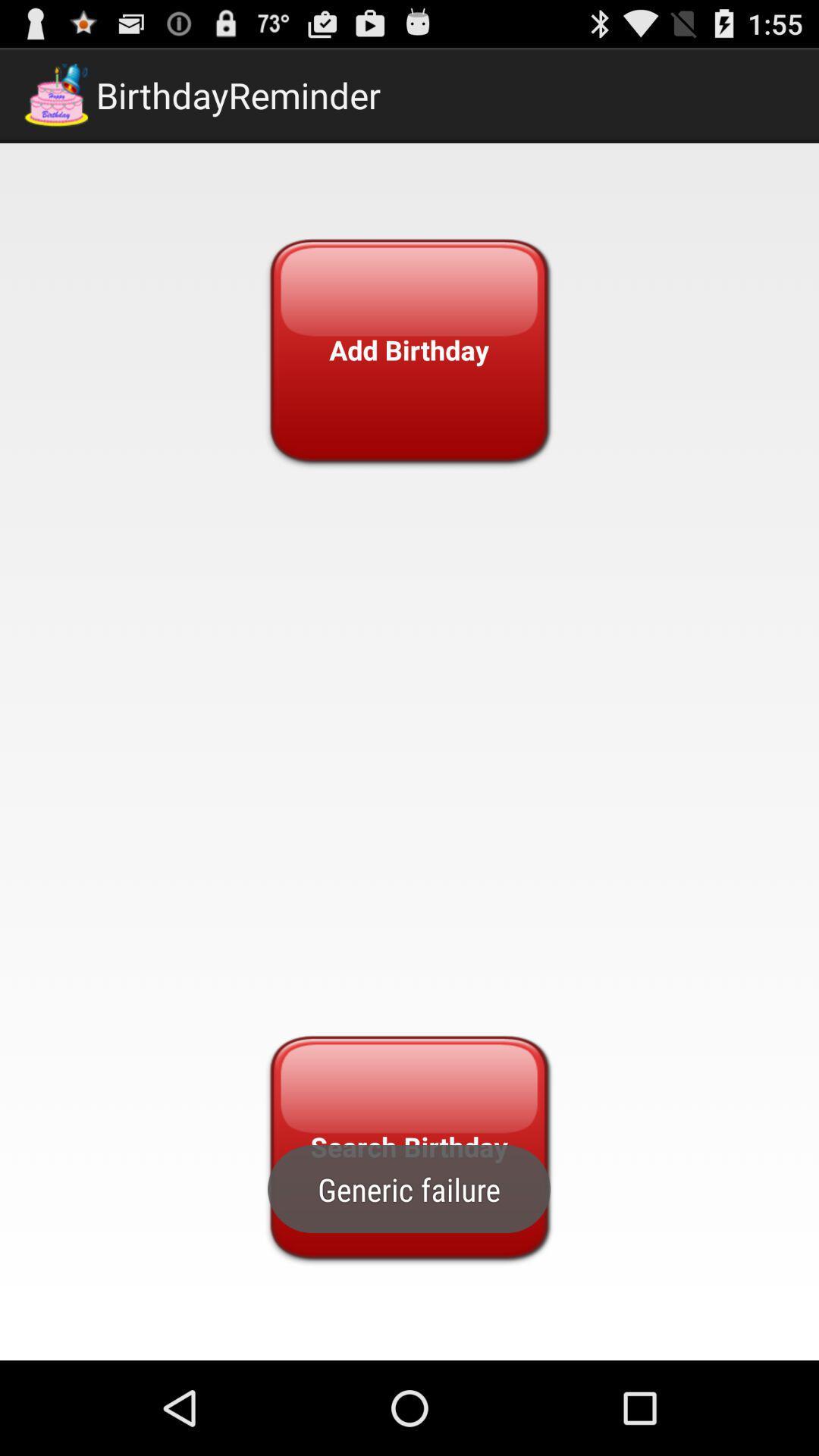 This screenshot has height=1456, width=819. I want to click on search birthday icon, so click(408, 1147).